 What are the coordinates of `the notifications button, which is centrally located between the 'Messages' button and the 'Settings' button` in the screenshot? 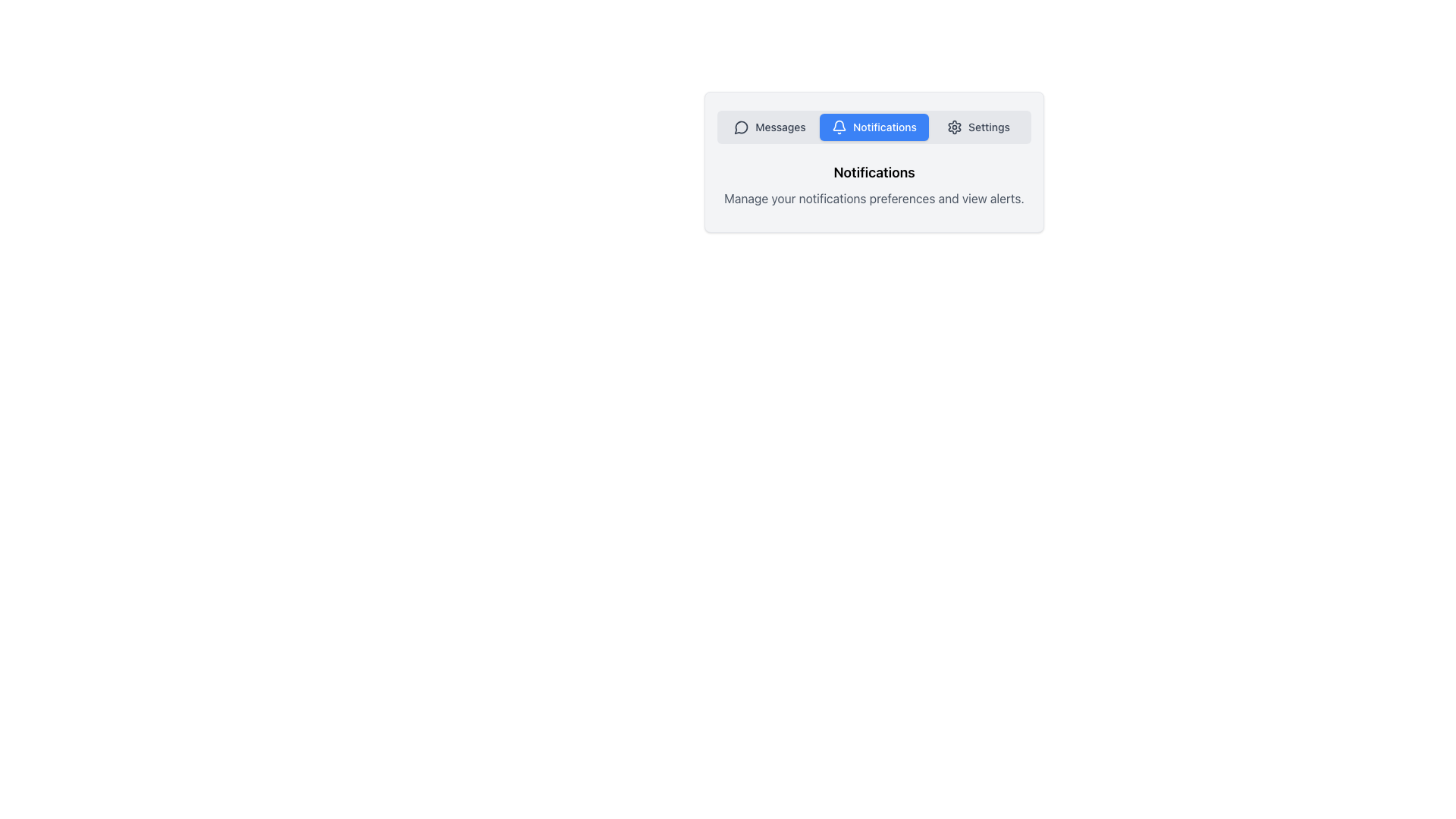 It's located at (874, 127).